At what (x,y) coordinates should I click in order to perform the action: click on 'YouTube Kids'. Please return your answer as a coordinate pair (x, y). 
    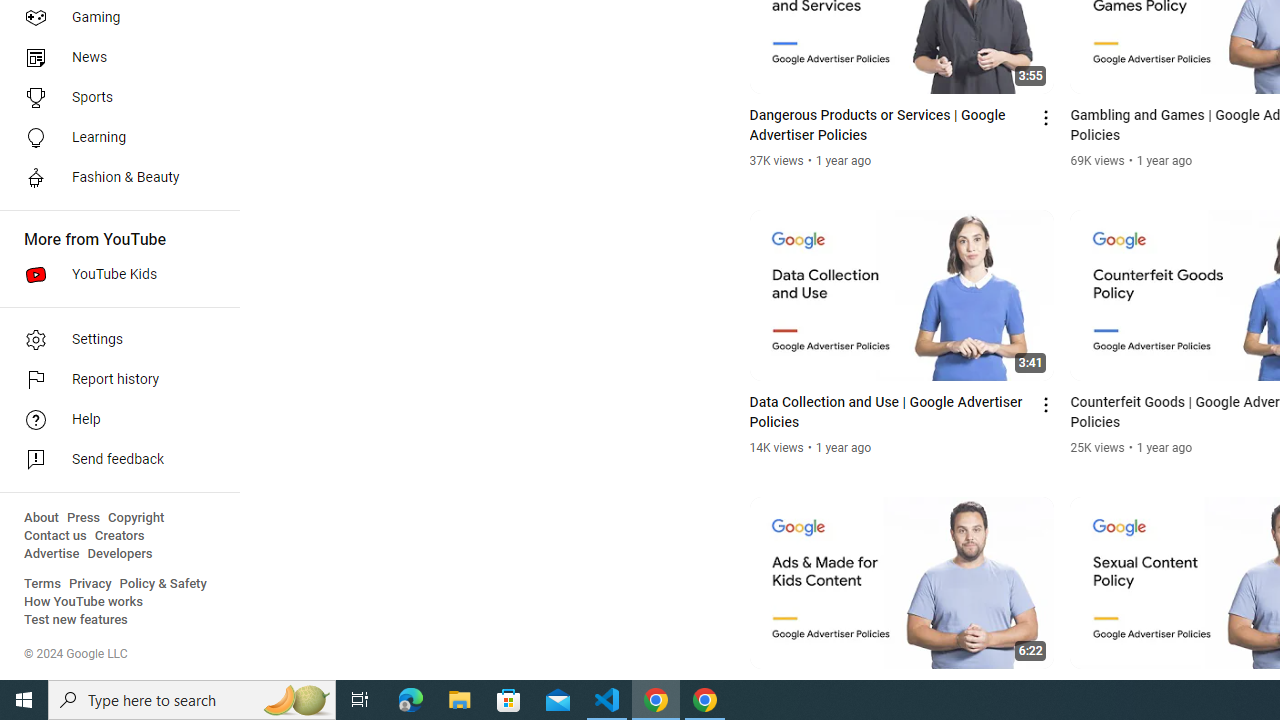
    Looking at the image, I should click on (112, 275).